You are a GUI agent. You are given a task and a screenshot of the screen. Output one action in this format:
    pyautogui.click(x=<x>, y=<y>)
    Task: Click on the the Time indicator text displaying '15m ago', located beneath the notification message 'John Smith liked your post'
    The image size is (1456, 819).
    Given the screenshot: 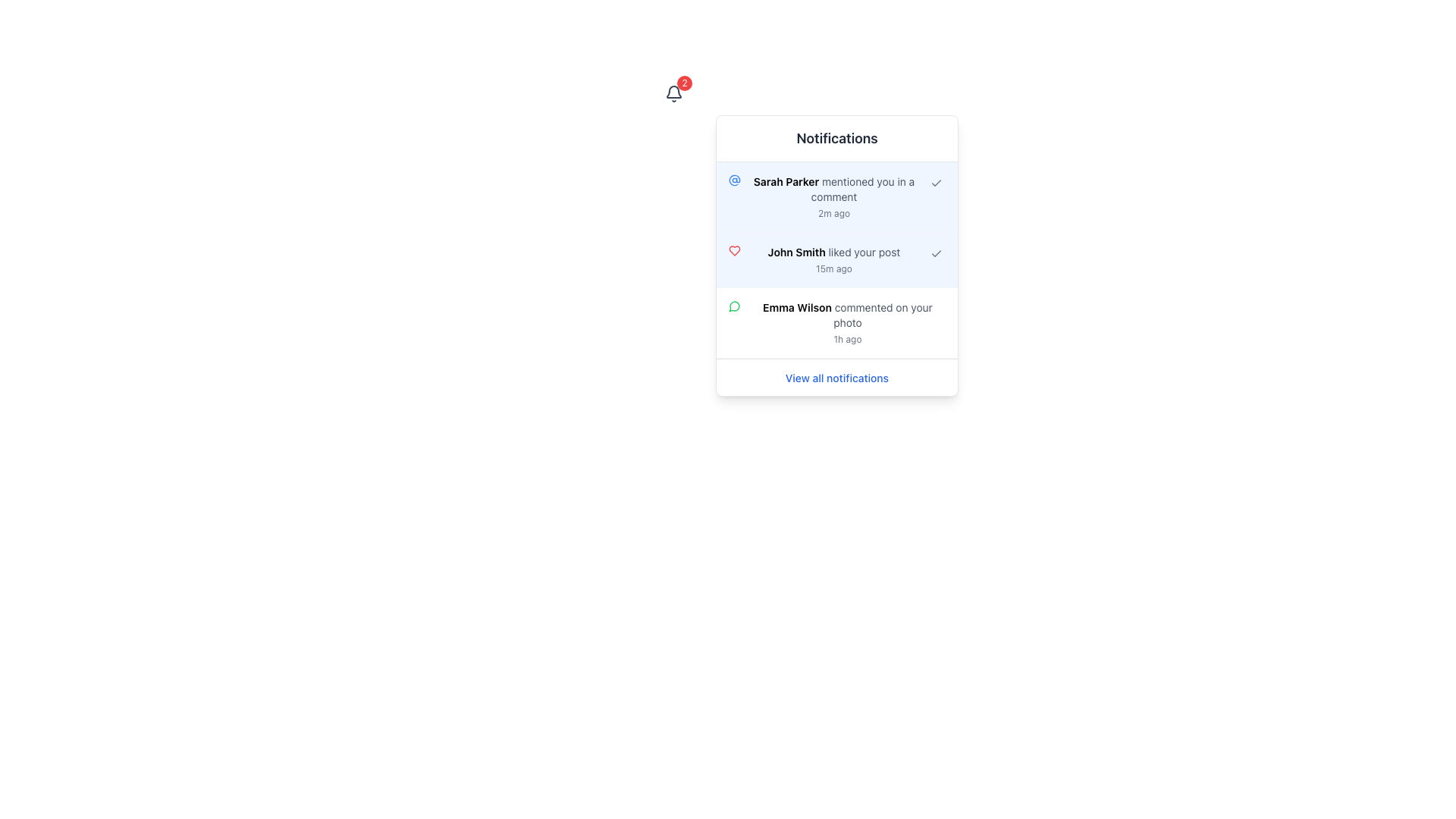 What is the action you would take?
    pyautogui.click(x=833, y=268)
    